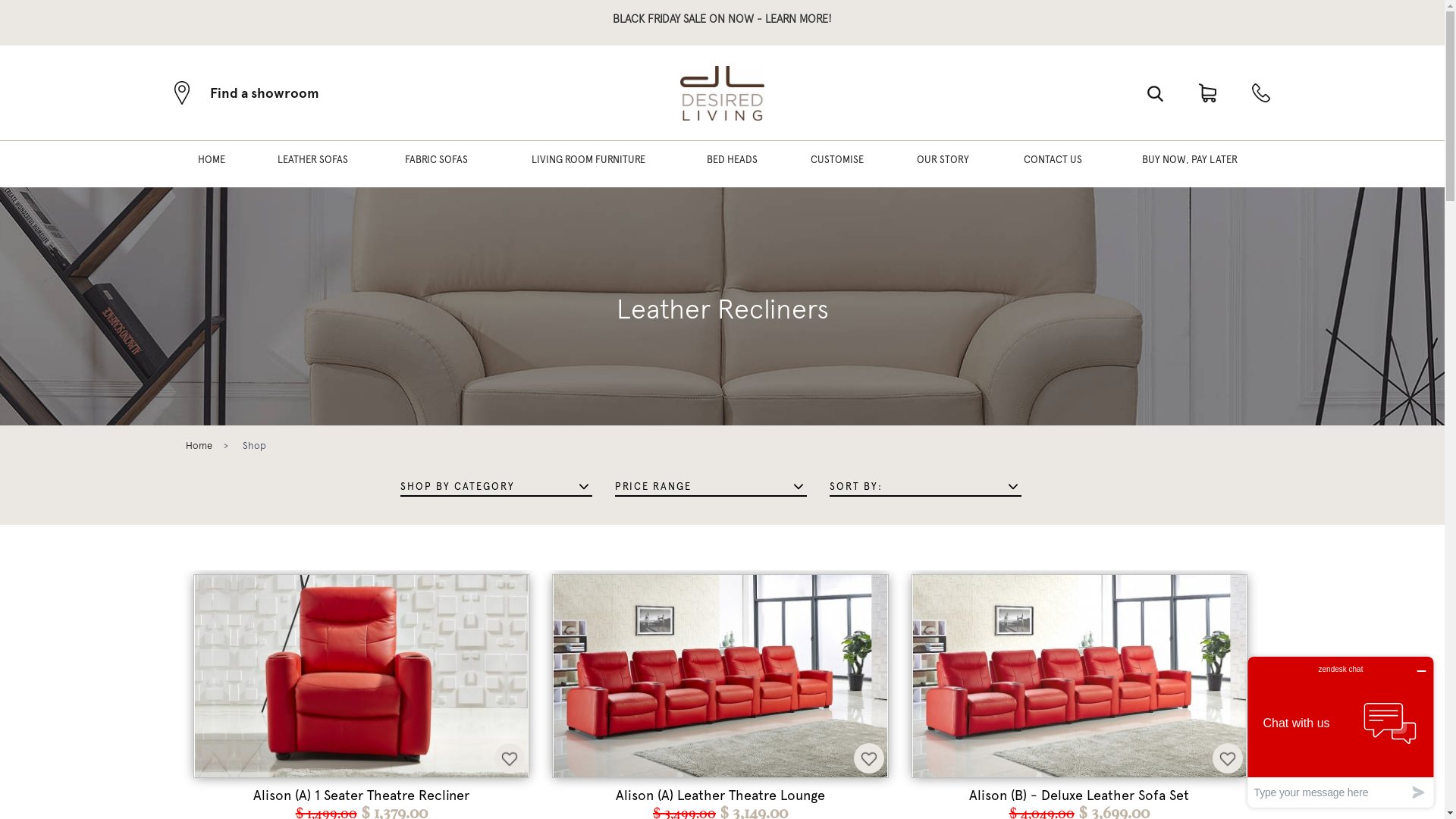 This screenshot has height=819, width=1456. I want to click on 'Alison (B) - Deluxe Leather Sofa Set', so click(1078, 795).